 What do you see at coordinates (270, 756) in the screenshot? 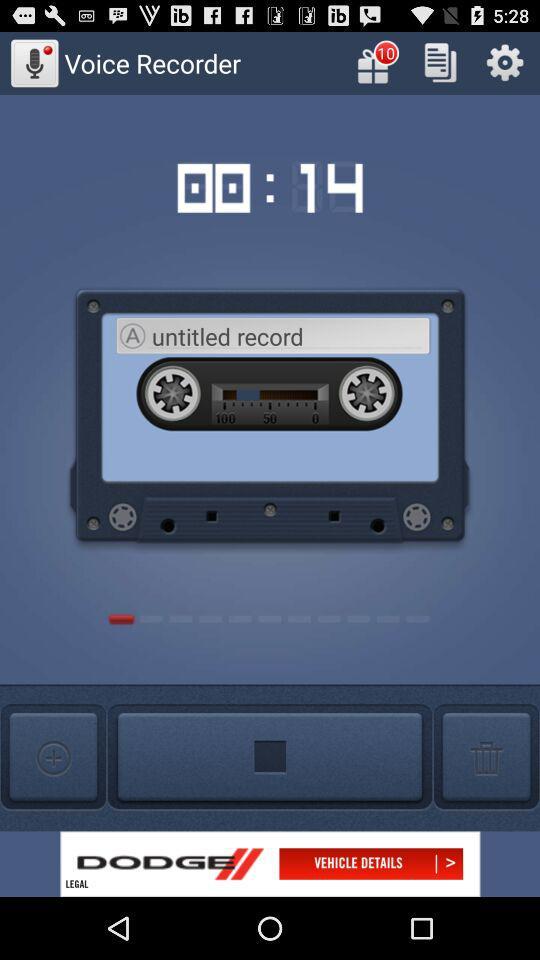
I see `stop button which is above dodge on the page` at bounding box center [270, 756].